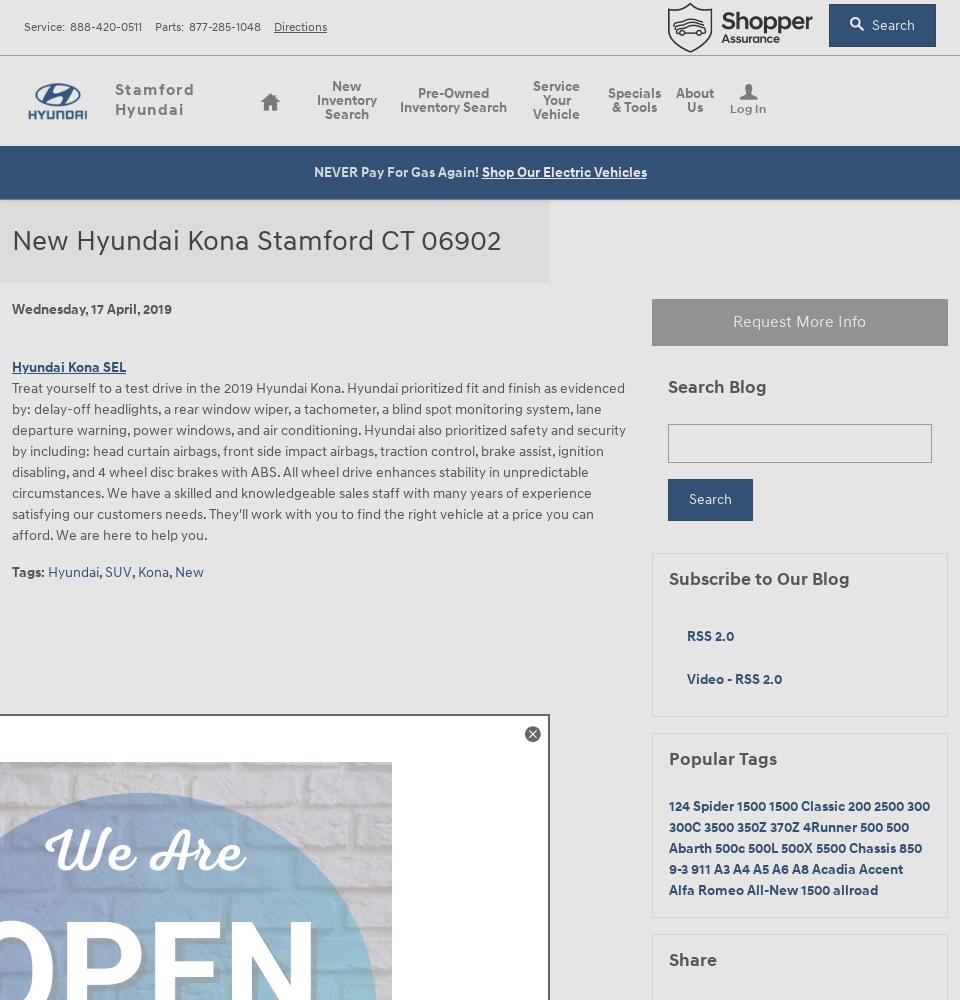 The image size is (960, 1000). What do you see at coordinates (860, 805) in the screenshot?
I see `'200'` at bounding box center [860, 805].